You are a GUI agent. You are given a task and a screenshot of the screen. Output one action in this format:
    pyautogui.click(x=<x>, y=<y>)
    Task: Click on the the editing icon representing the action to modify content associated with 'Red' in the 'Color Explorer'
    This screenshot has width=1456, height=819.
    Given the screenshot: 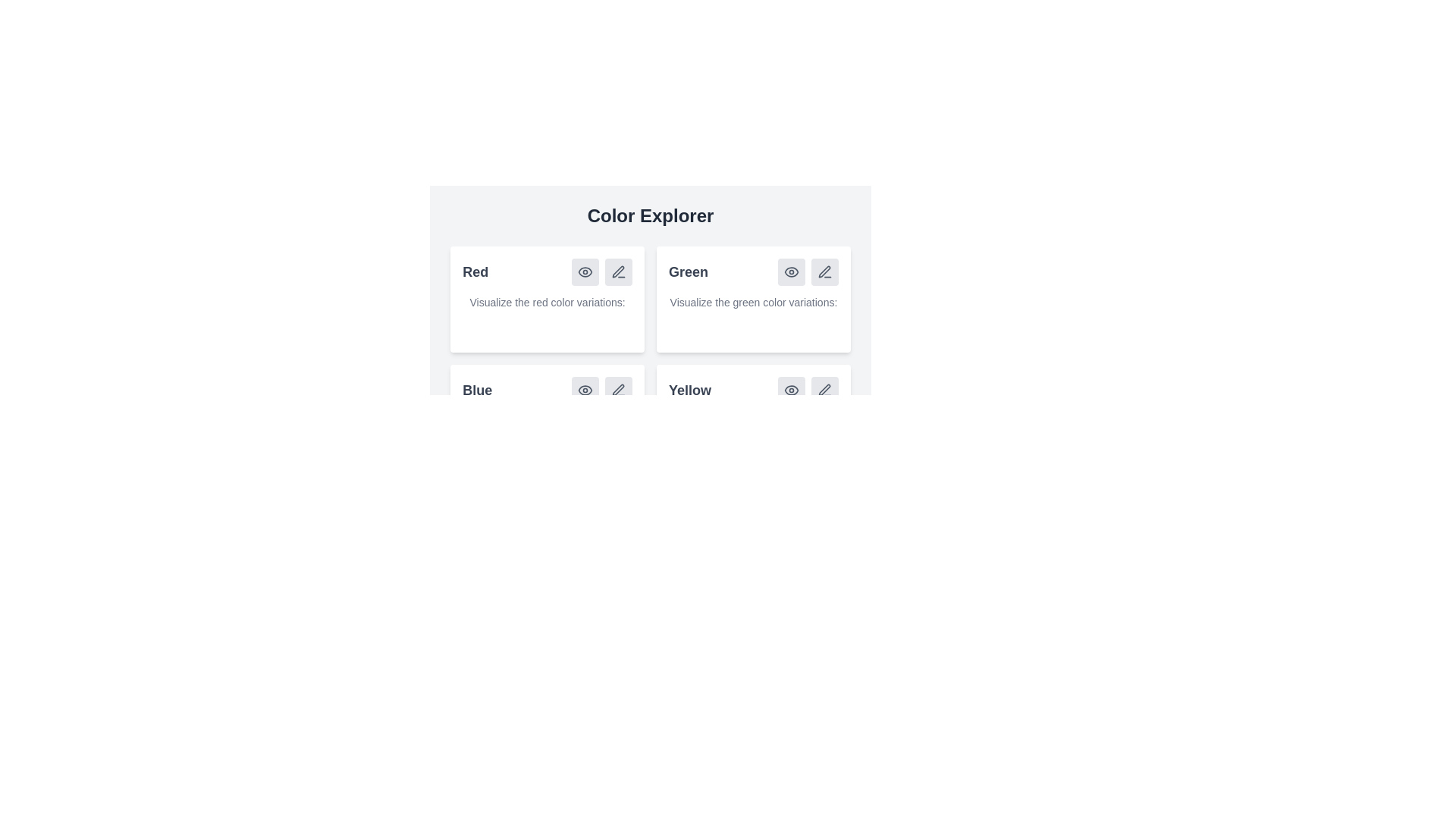 What is the action you would take?
    pyautogui.click(x=618, y=271)
    